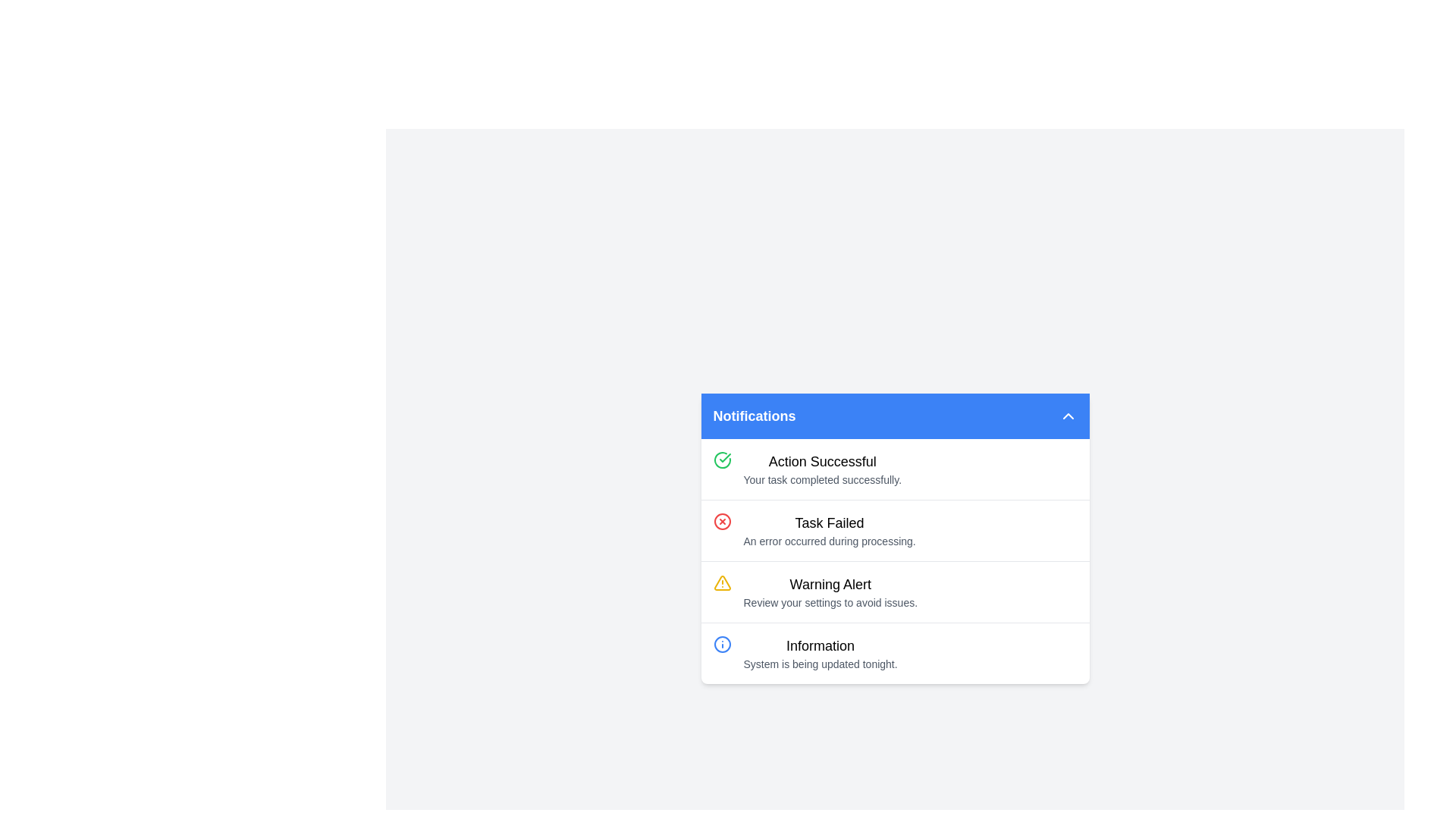 This screenshot has height=819, width=1456. I want to click on the text label that contains the message 'Review your settings to avoid issues.' which is styled in gray and located within the 'Warning Alert' notification box, so click(830, 601).